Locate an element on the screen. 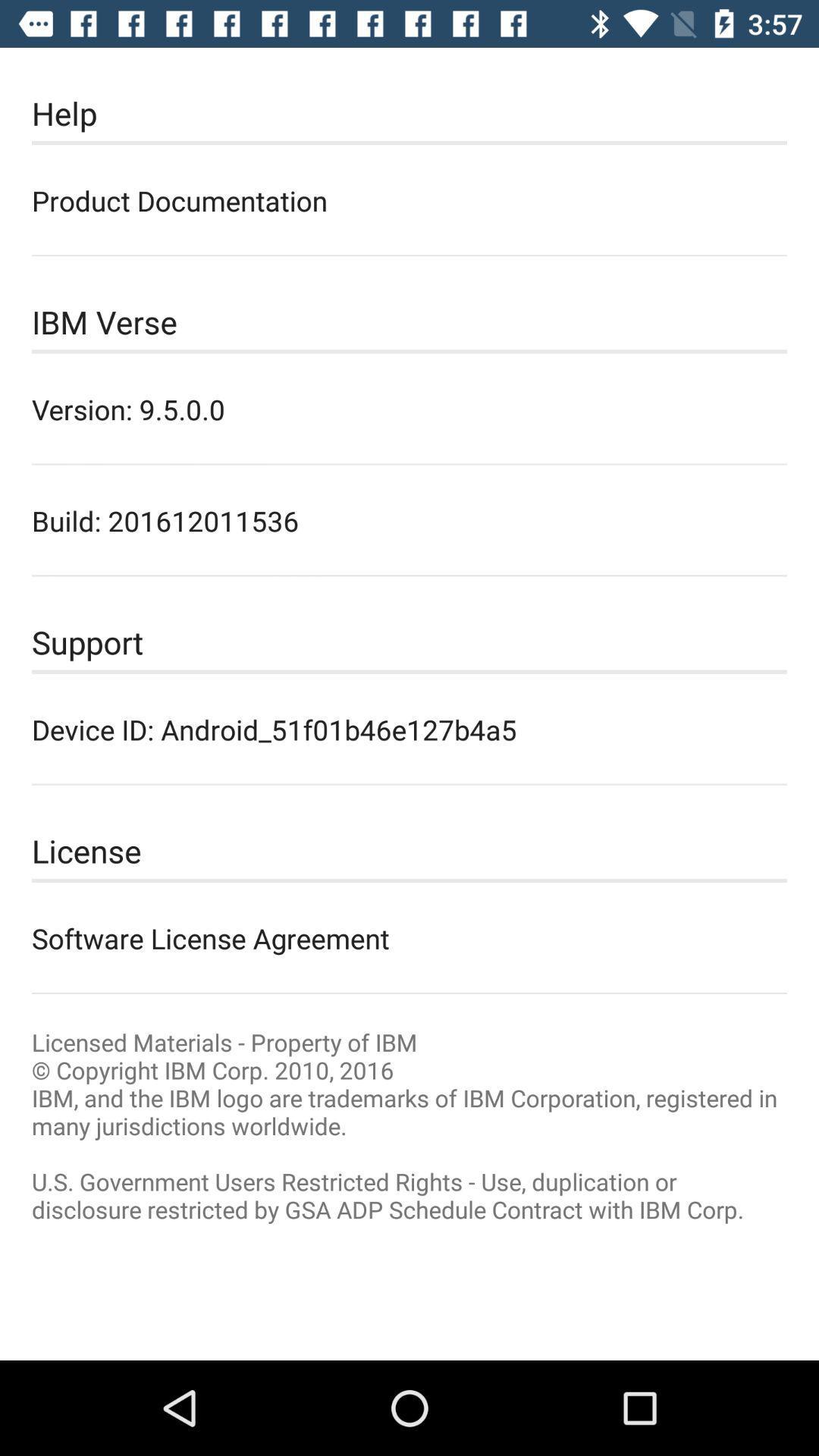  the software license agreement icon is located at coordinates (409, 937).